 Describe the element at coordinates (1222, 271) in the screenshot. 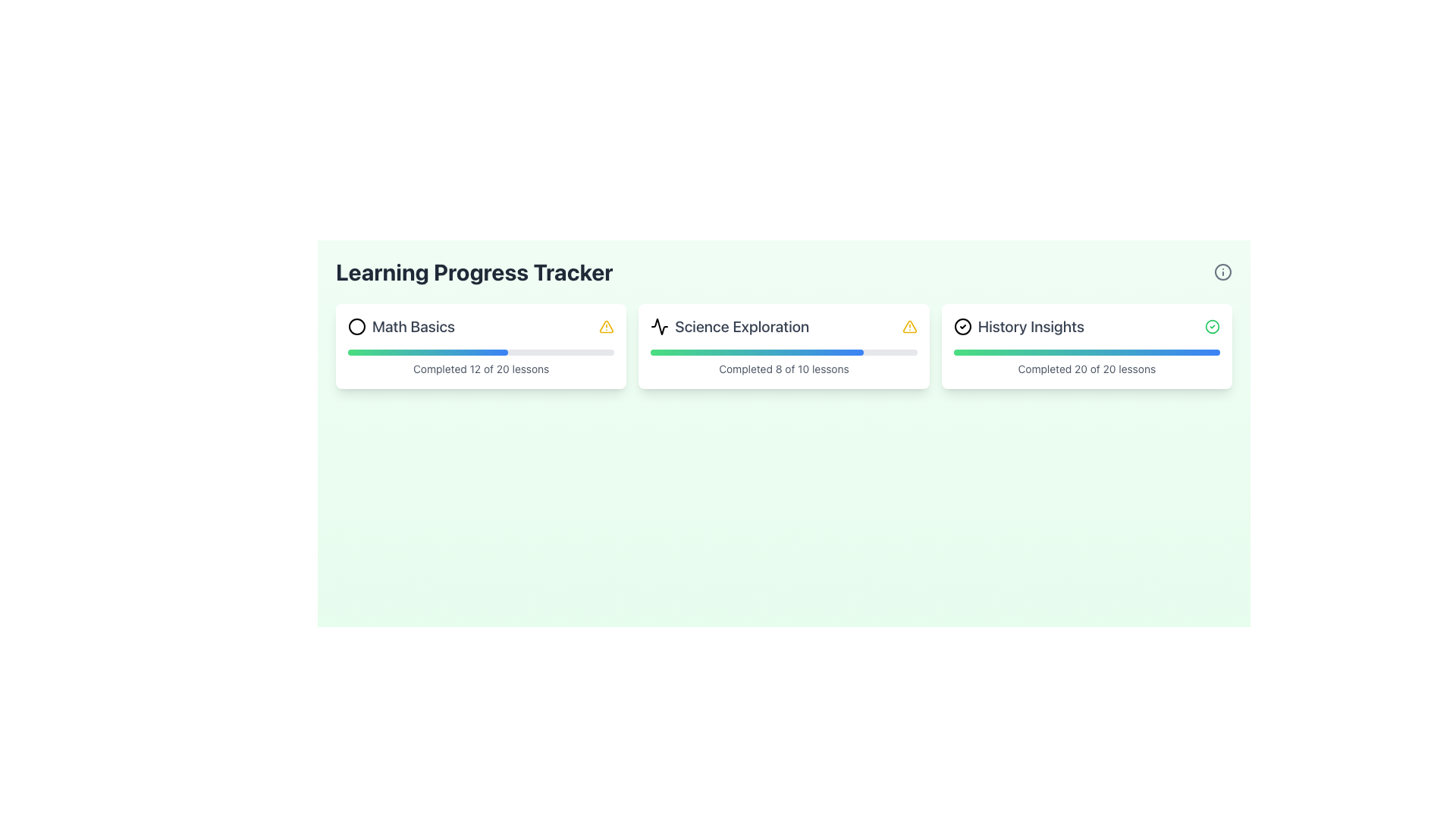

I see `the informational help icon located to the far right of the 'Learning Progress Tracker' header` at that location.